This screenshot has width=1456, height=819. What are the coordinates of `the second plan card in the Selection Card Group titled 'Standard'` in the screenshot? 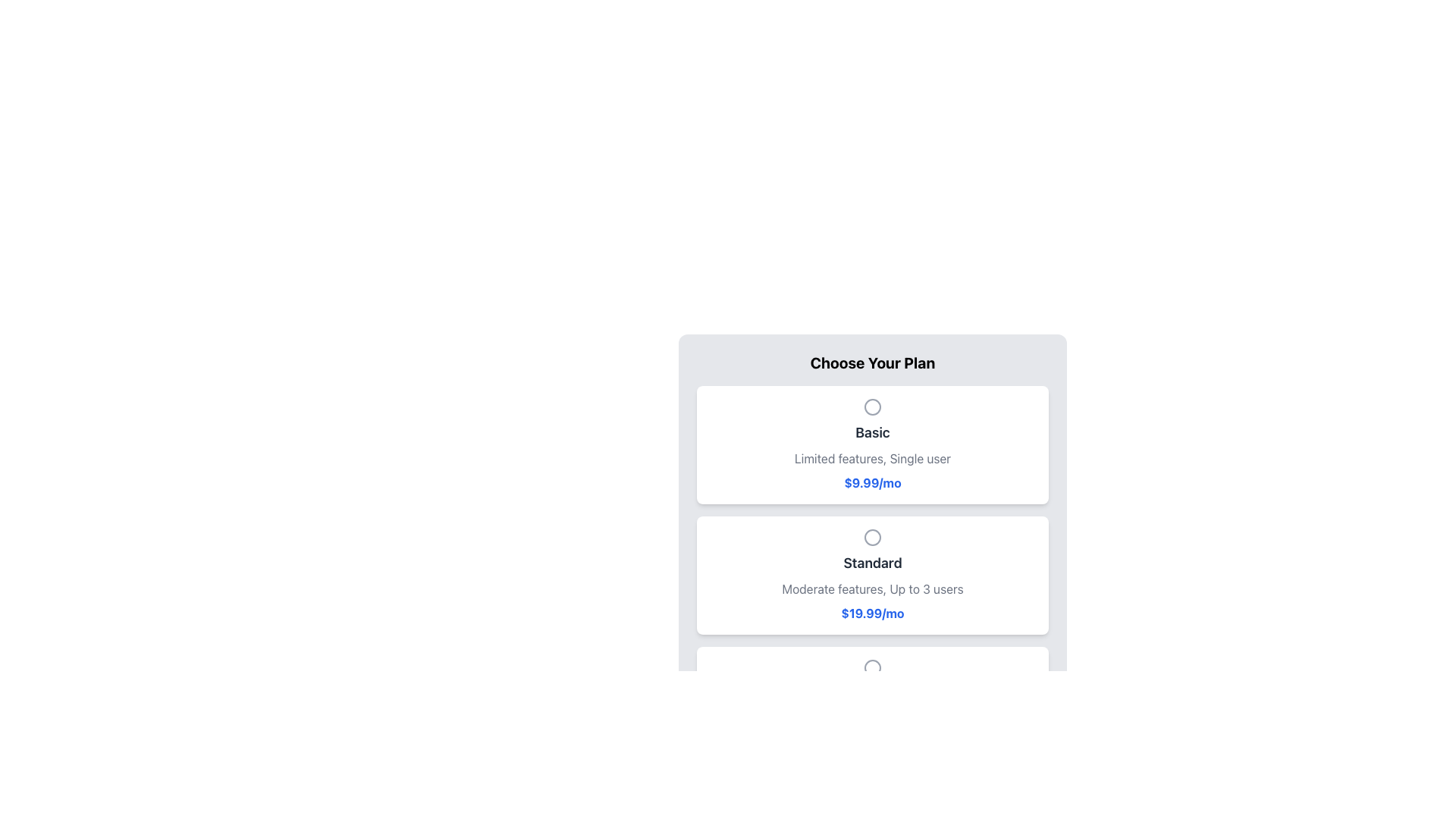 It's located at (873, 576).